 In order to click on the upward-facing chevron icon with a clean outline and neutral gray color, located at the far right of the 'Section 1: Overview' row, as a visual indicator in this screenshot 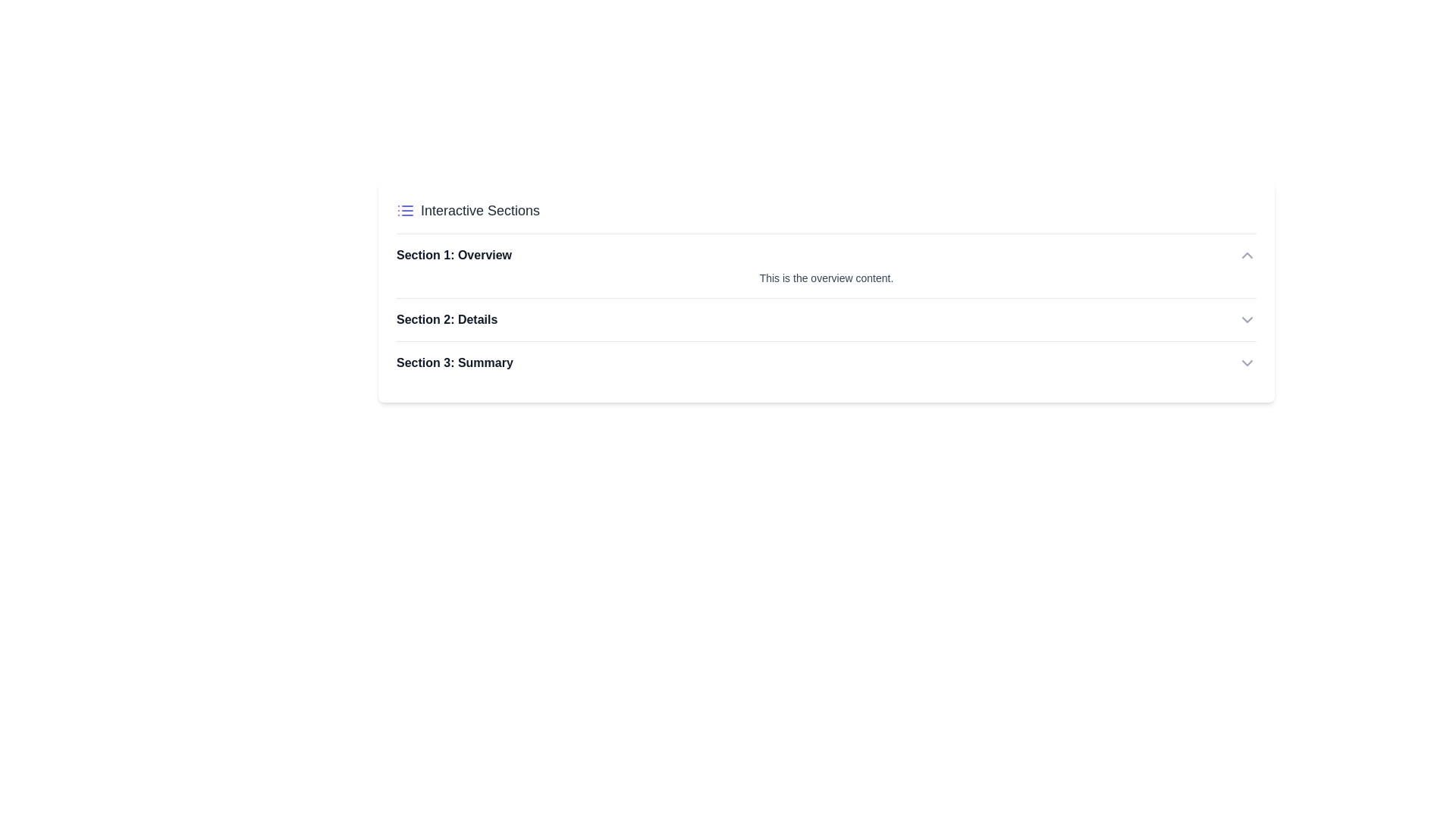, I will do `click(1247, 254)`.